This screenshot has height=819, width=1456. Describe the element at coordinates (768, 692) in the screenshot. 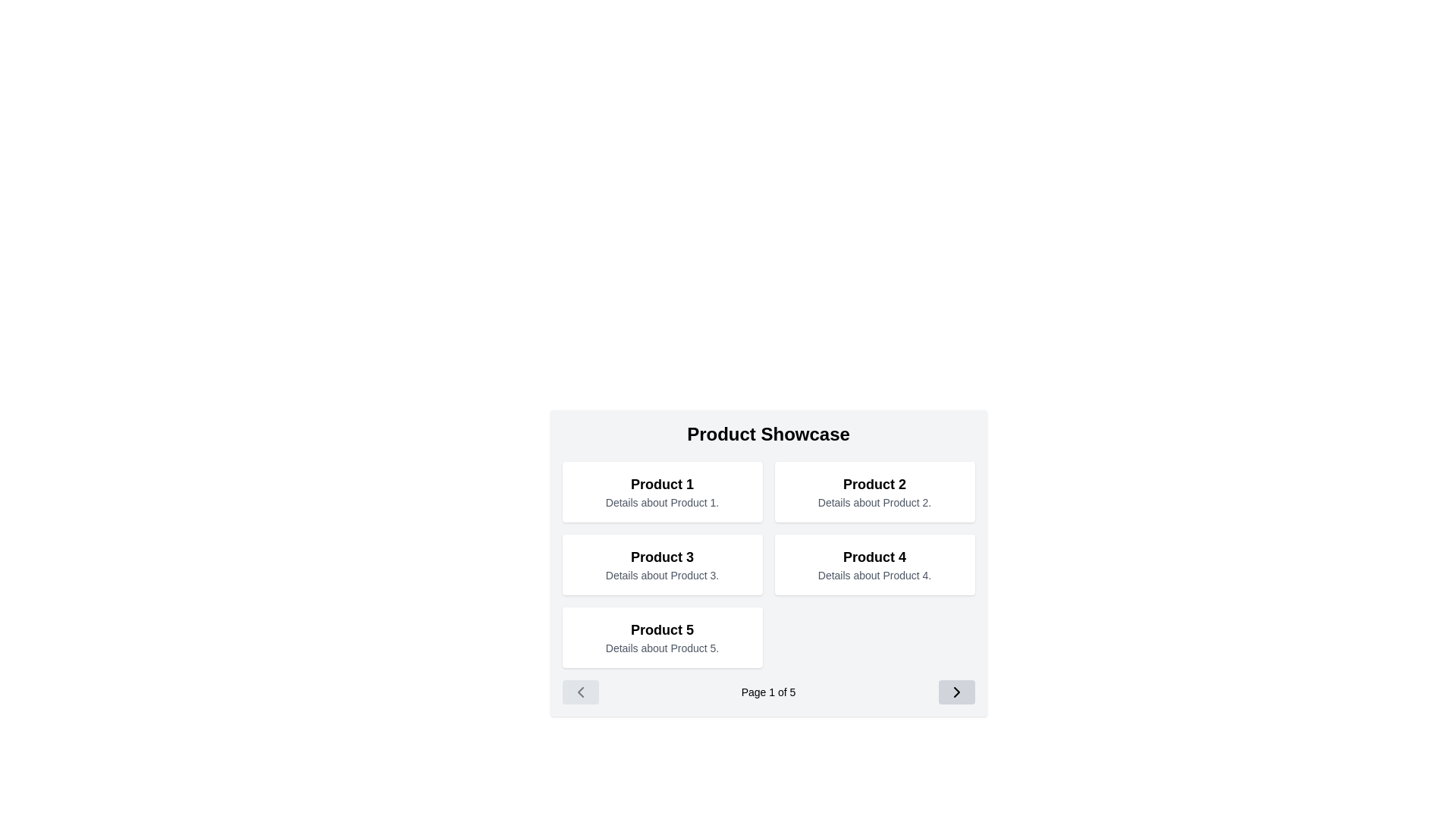

I see `the label text that indicates the current page in the paginated list or gallery, located at the bottom section of the 'Product Showcase' area, centered horizontally beneath the product list` at that location.